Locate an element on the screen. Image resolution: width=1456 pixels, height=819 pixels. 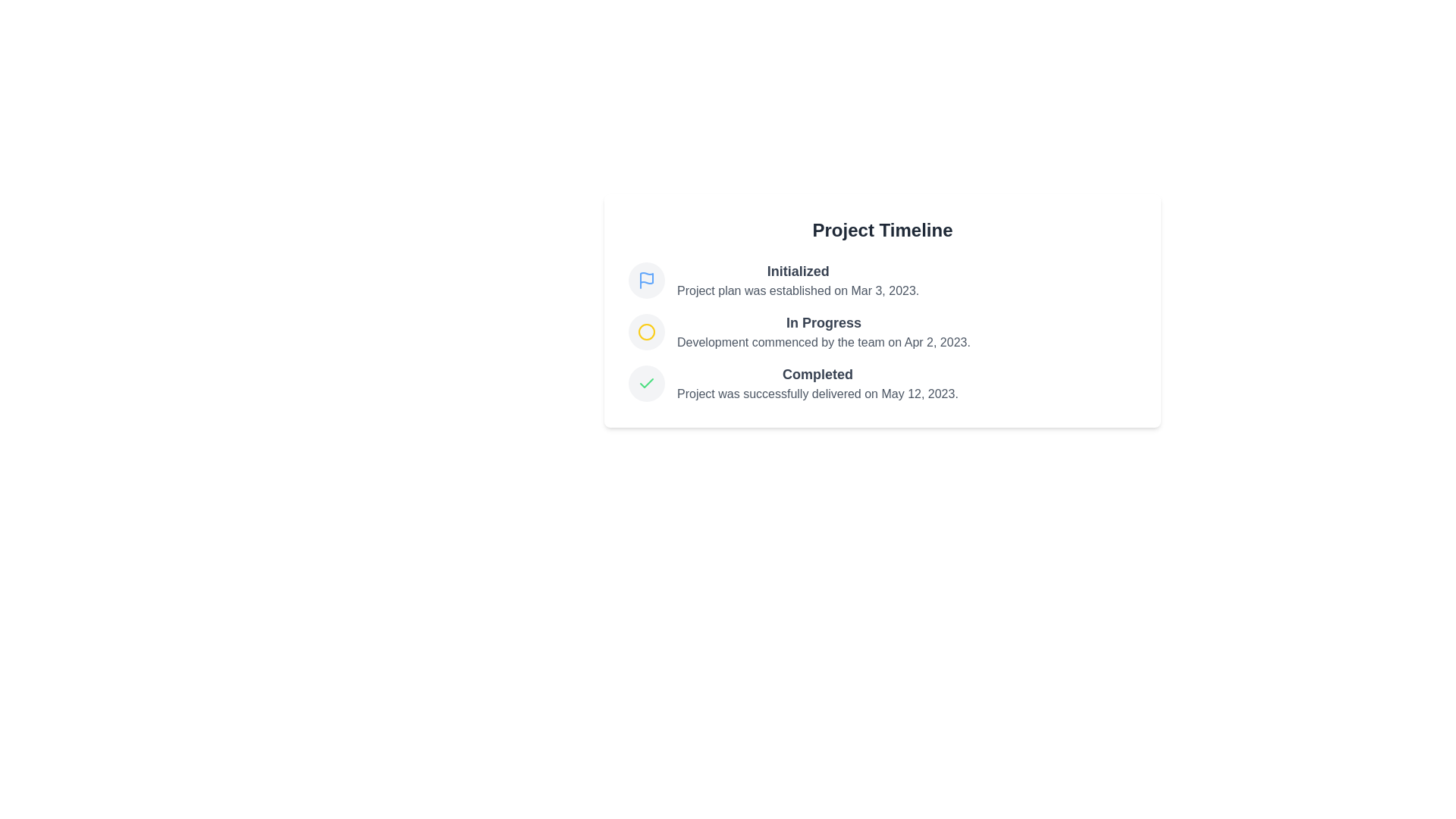
the 'Initialized' milestone icon located at the leftmost side of the first row in the 'Project Timeline' section, adjacent to the text 'Initialized' and its subtitle 'Project plan was established on Mar 3, 2023.' is located at coordinates (647, 281).